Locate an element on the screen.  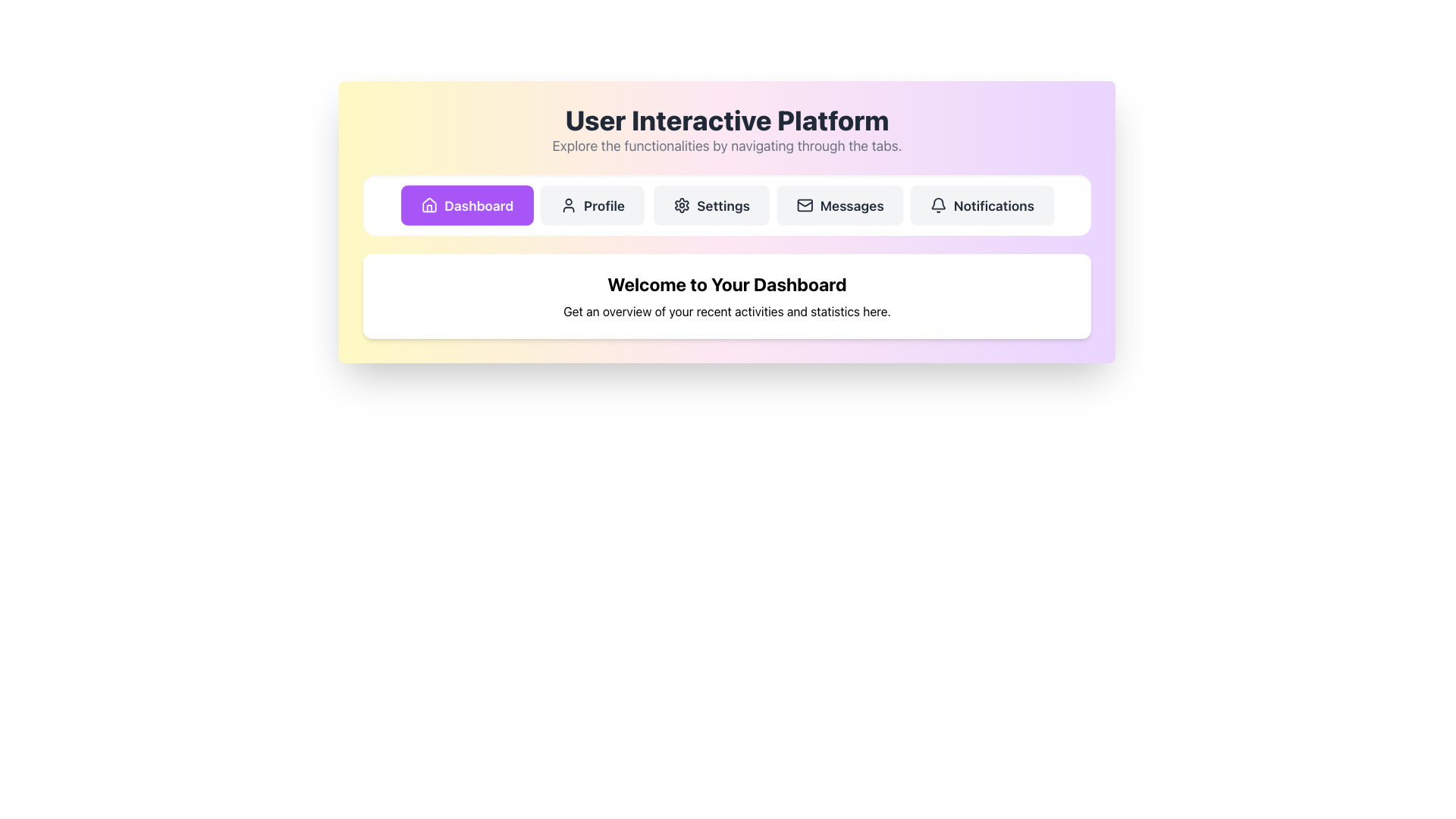
the settings icon is located at coordinates (680, 205).